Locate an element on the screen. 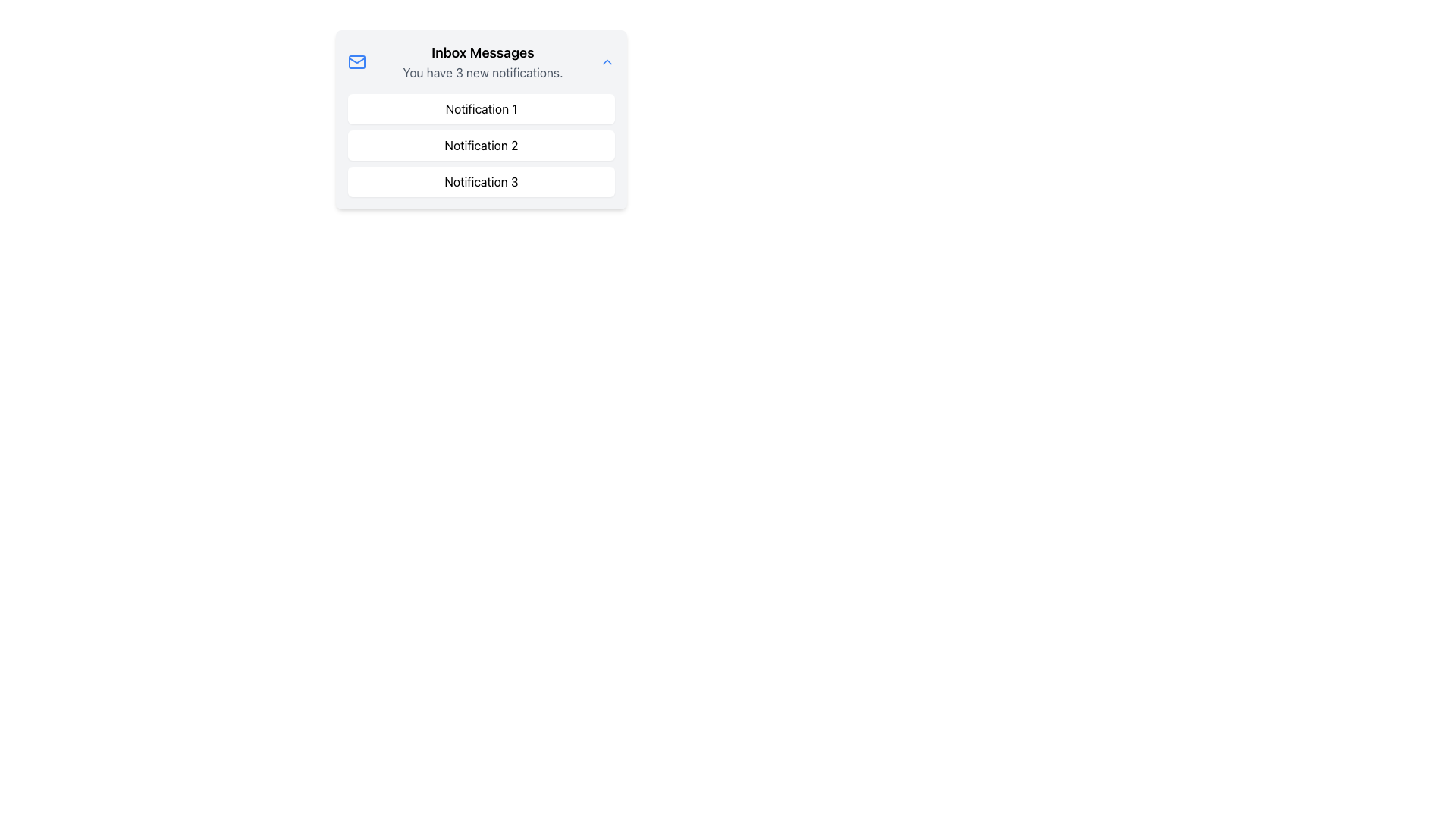 The width and height of the screenshot is (1456, 819). the 'Inbox Messages' Text Label element, which is a prominently displayed dark text indicating the presence of new notifications is located at coordinates (482, 52).